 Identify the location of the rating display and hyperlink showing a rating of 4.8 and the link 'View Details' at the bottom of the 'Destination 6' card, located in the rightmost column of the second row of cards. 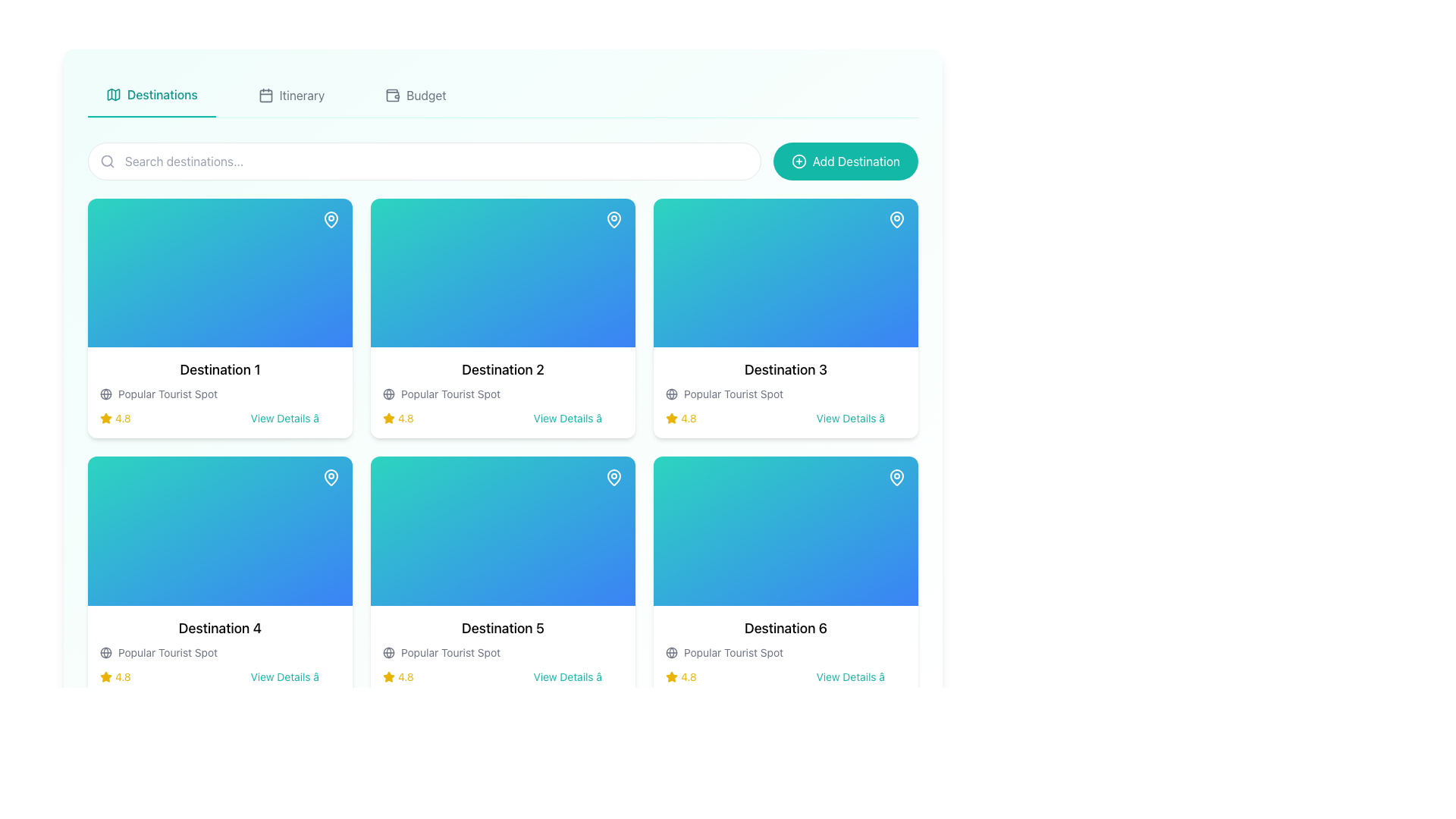
(786, 676).